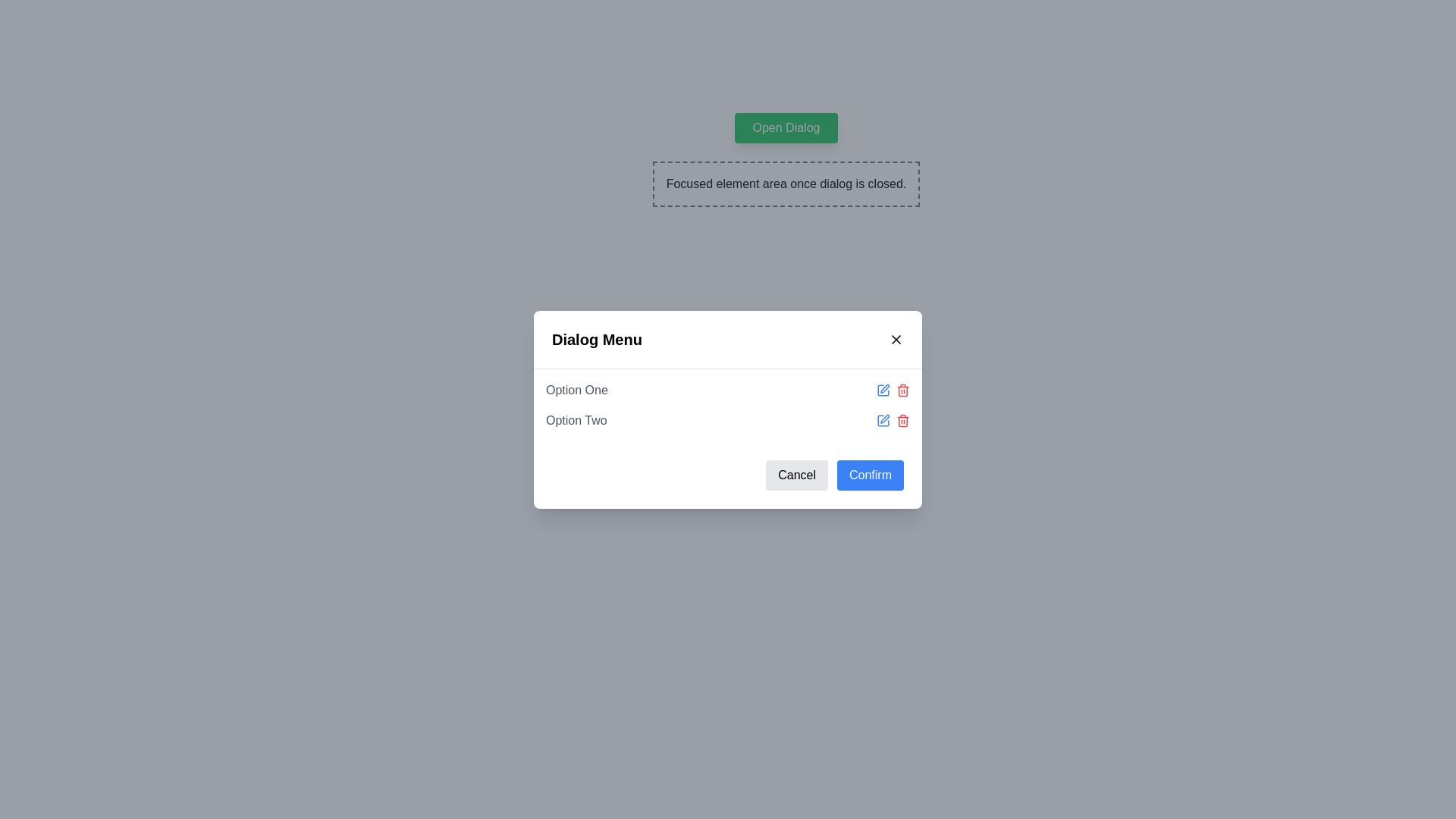 This screenshot has width=1456, height=819. I want to click on the confirm button located at the bottom-right corner of the dialog box, positioned directly to the right of the 'Cancel' button, so click(870, 474).